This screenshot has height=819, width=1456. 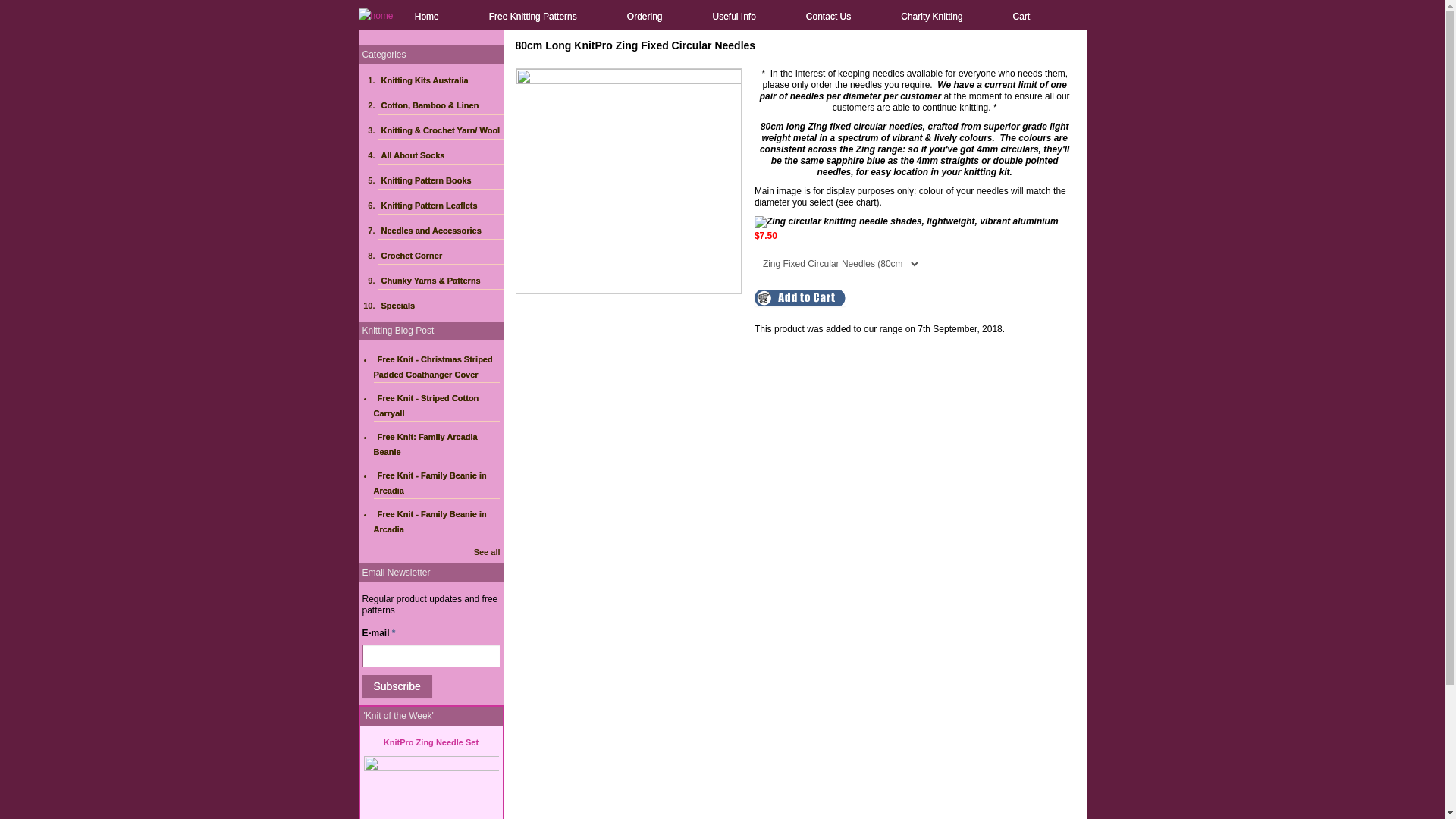 I want to click on 'Cotton, Bamboo & Linen', so click(x=440, y=104).